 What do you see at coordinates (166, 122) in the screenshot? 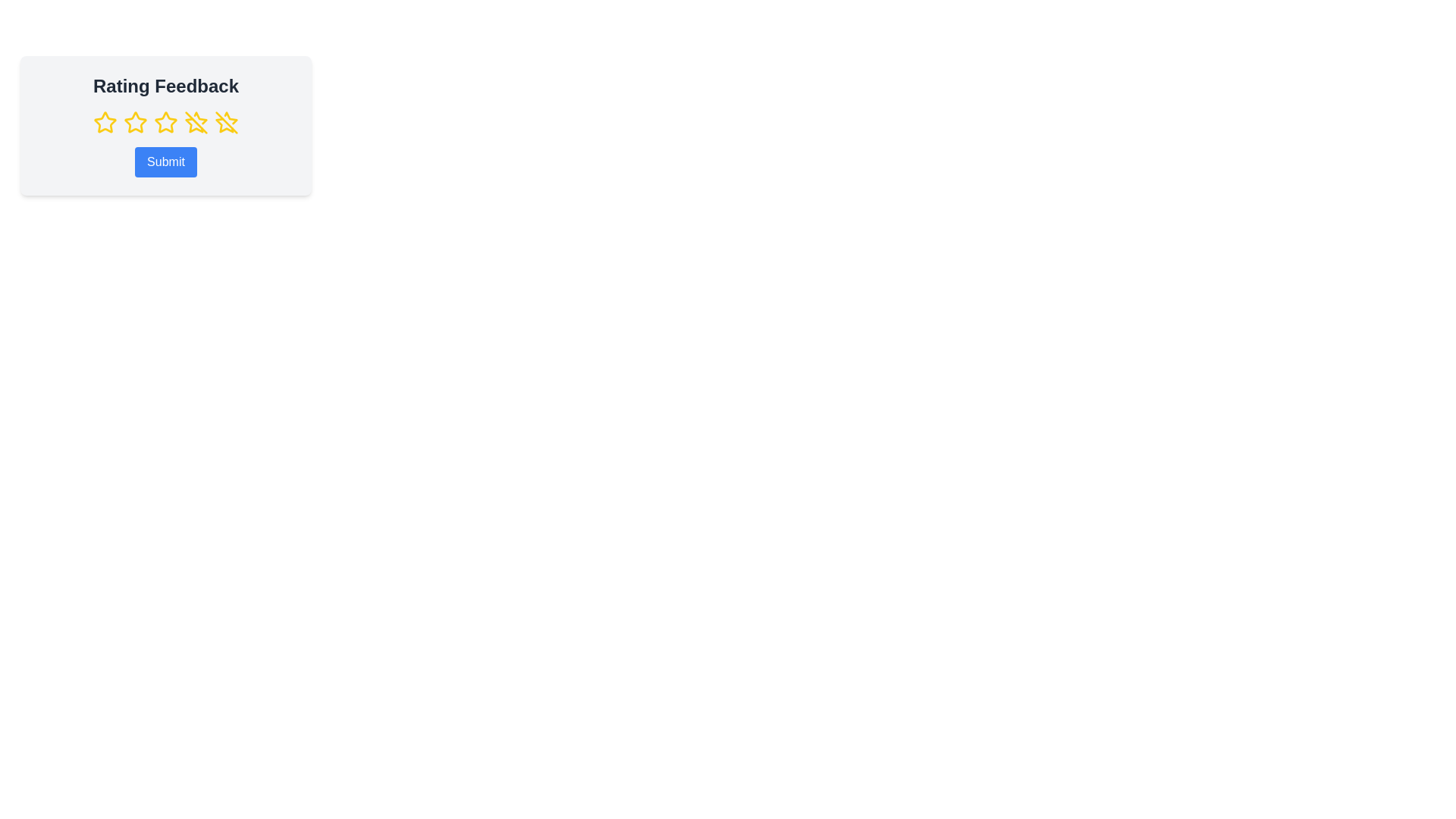
I see `the third star icon in the rating component located within the 'Rating Feedback' card` at bounding box center [166, 122].